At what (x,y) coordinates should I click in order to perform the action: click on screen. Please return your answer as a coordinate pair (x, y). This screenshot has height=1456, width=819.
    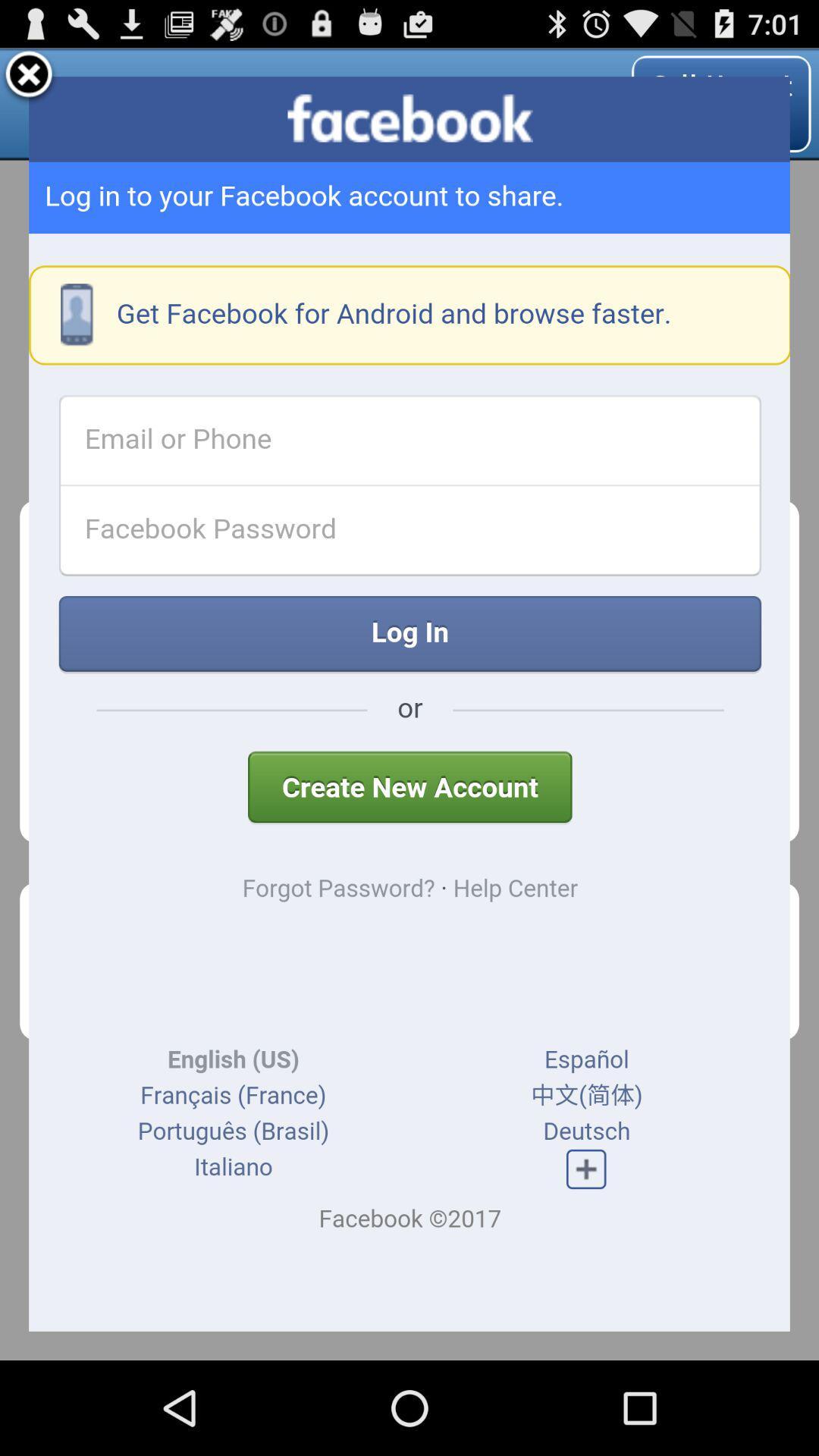
    Looking at the image, I should click on (29, 76).